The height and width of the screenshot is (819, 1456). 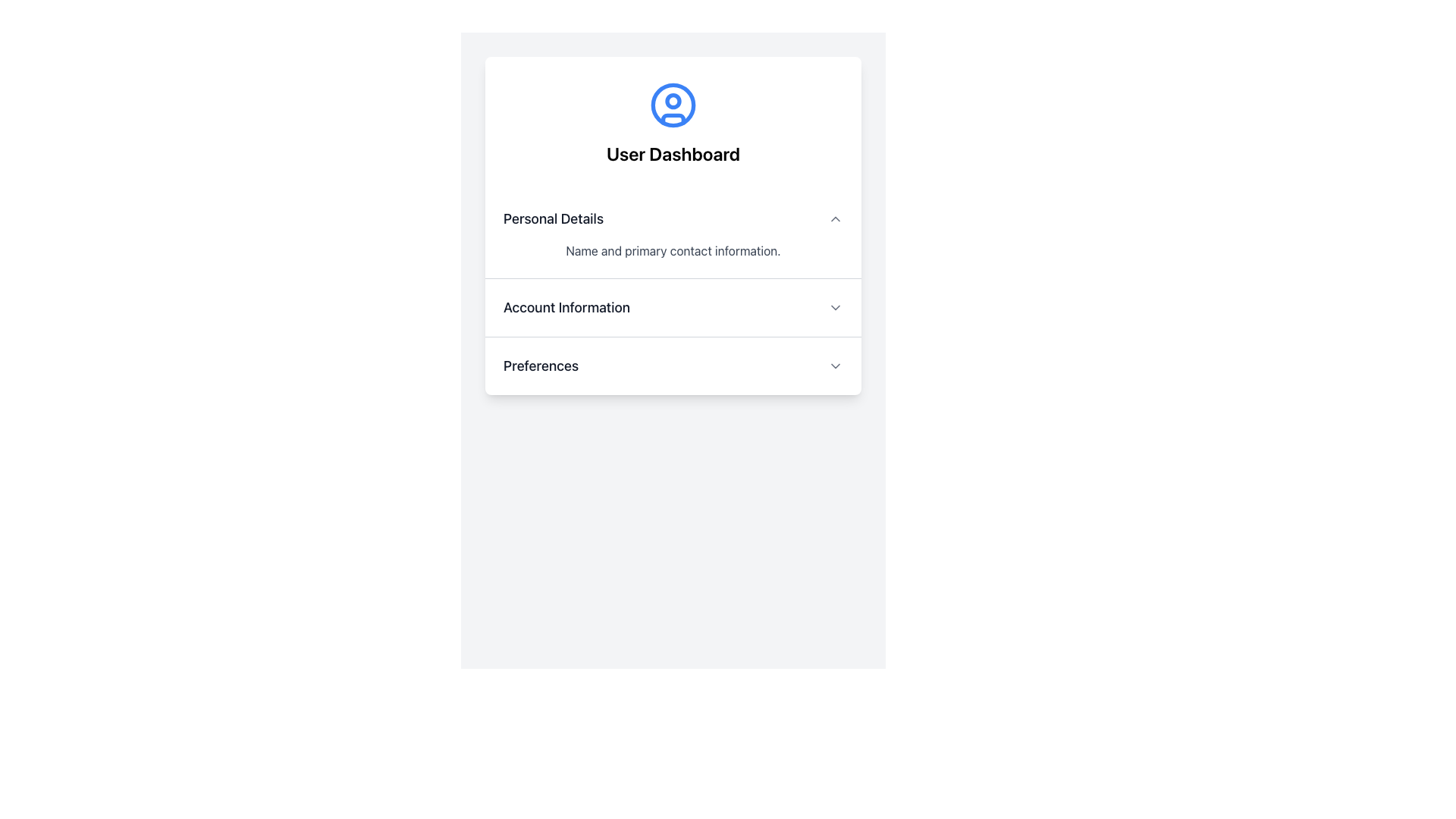 What do you see at coordinates (541, 366) in the screenshot?
I see `the clickable heading that serves as a section title for user preferences, positioned as the first item in a vertical list within a card layout` at bounding box center [541, 366].